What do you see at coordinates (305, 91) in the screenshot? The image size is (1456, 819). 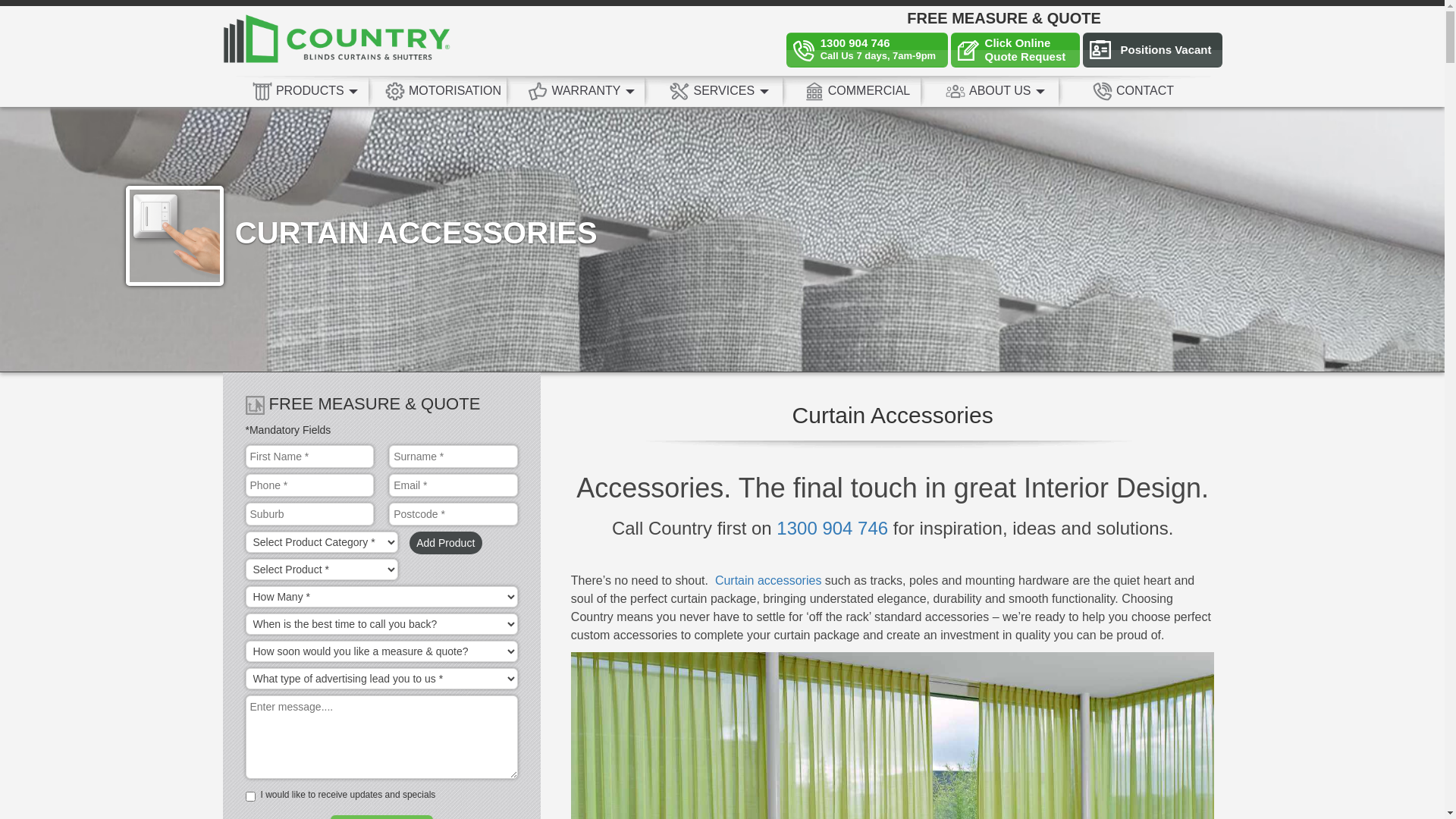 I see `'PRODUCTS'` at bounding box center [305, 91].